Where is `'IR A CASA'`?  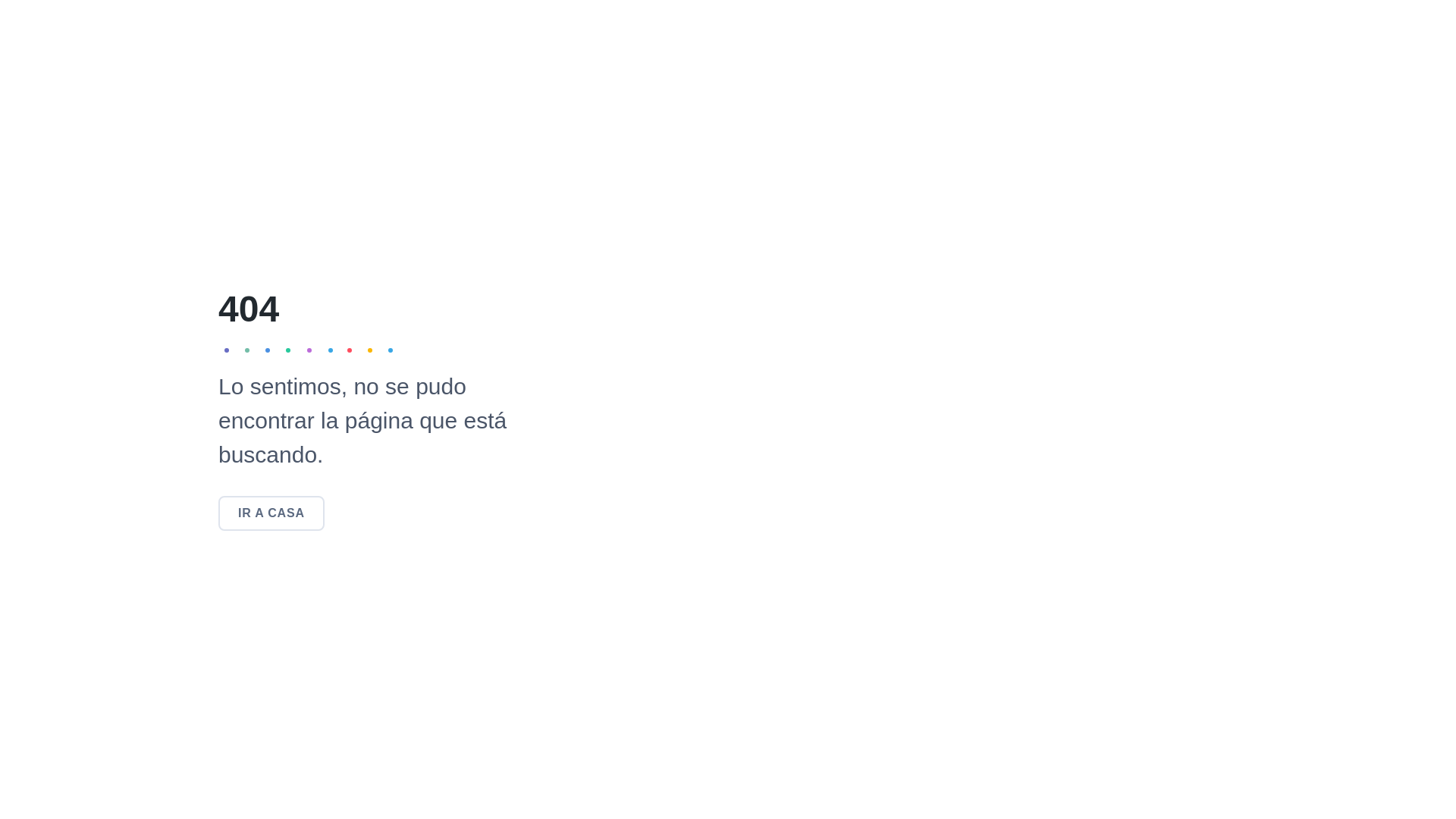
'IR A CASA' is located at coordinates (271, 512).